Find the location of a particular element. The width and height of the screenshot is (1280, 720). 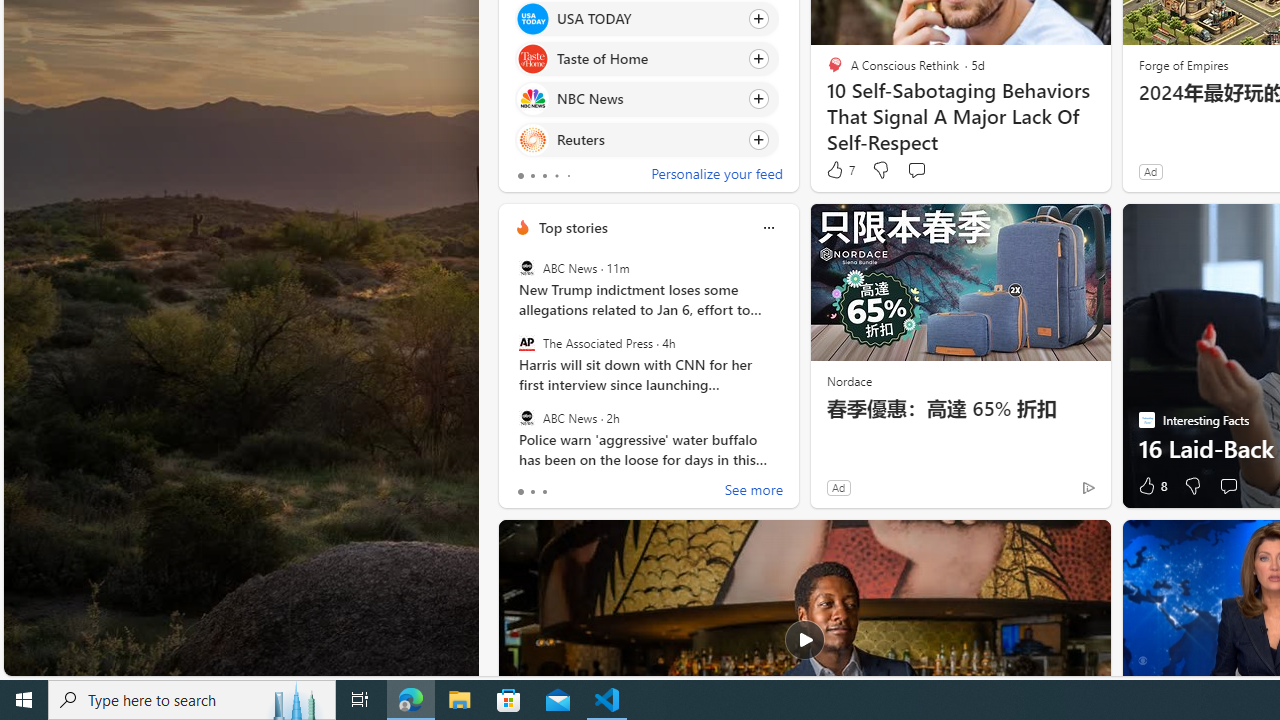

'tab-3' is located at coordinates (556, 175).